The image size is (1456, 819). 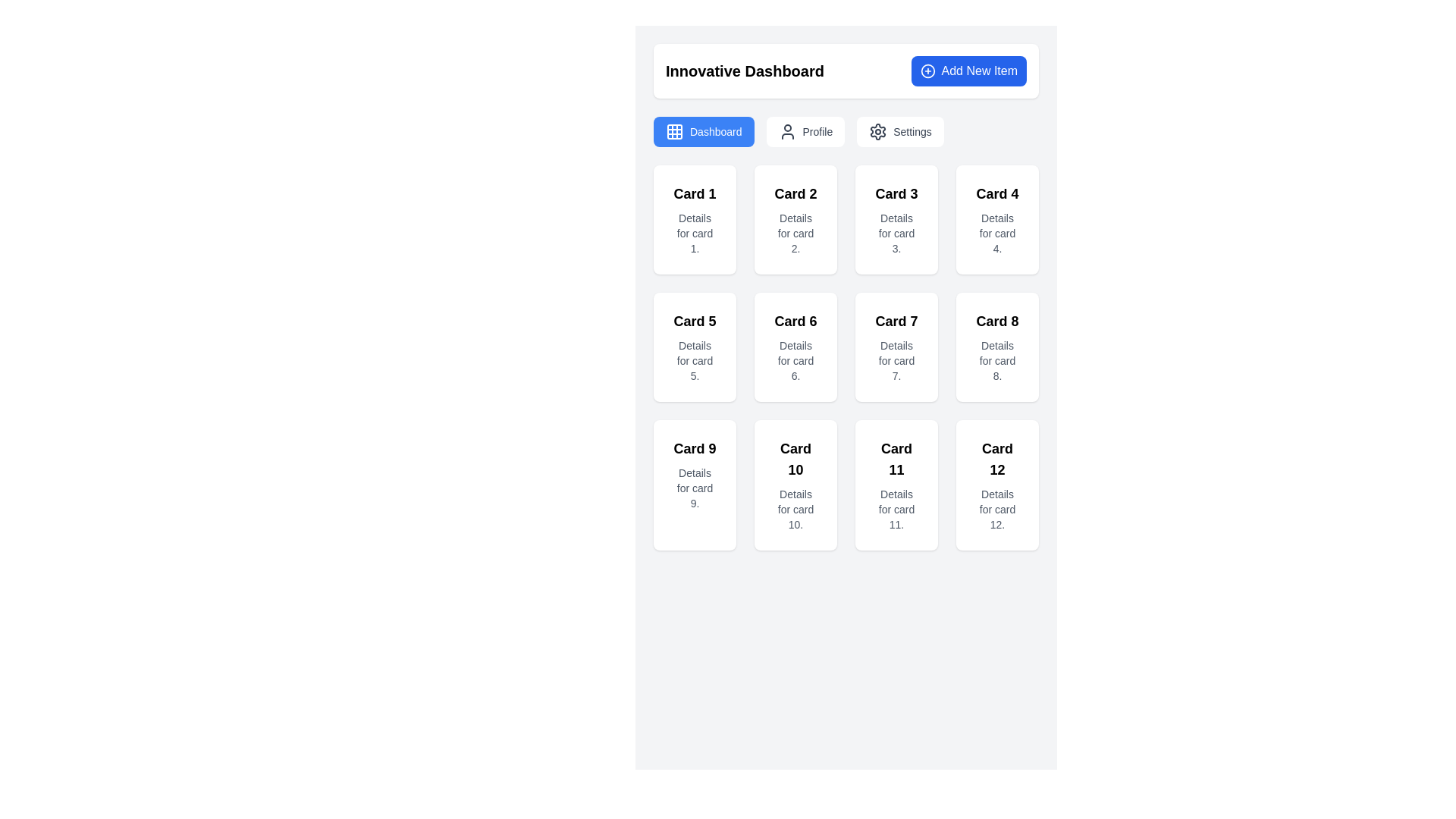 What do you see at coordinates (896, 360) in the screenshot?
I see `the static text label containing 'Details for card 7.' located below the title 'Card 7' in the card labeled 'Card 7' on the dashboard interface` at bounding box center [896, 360].